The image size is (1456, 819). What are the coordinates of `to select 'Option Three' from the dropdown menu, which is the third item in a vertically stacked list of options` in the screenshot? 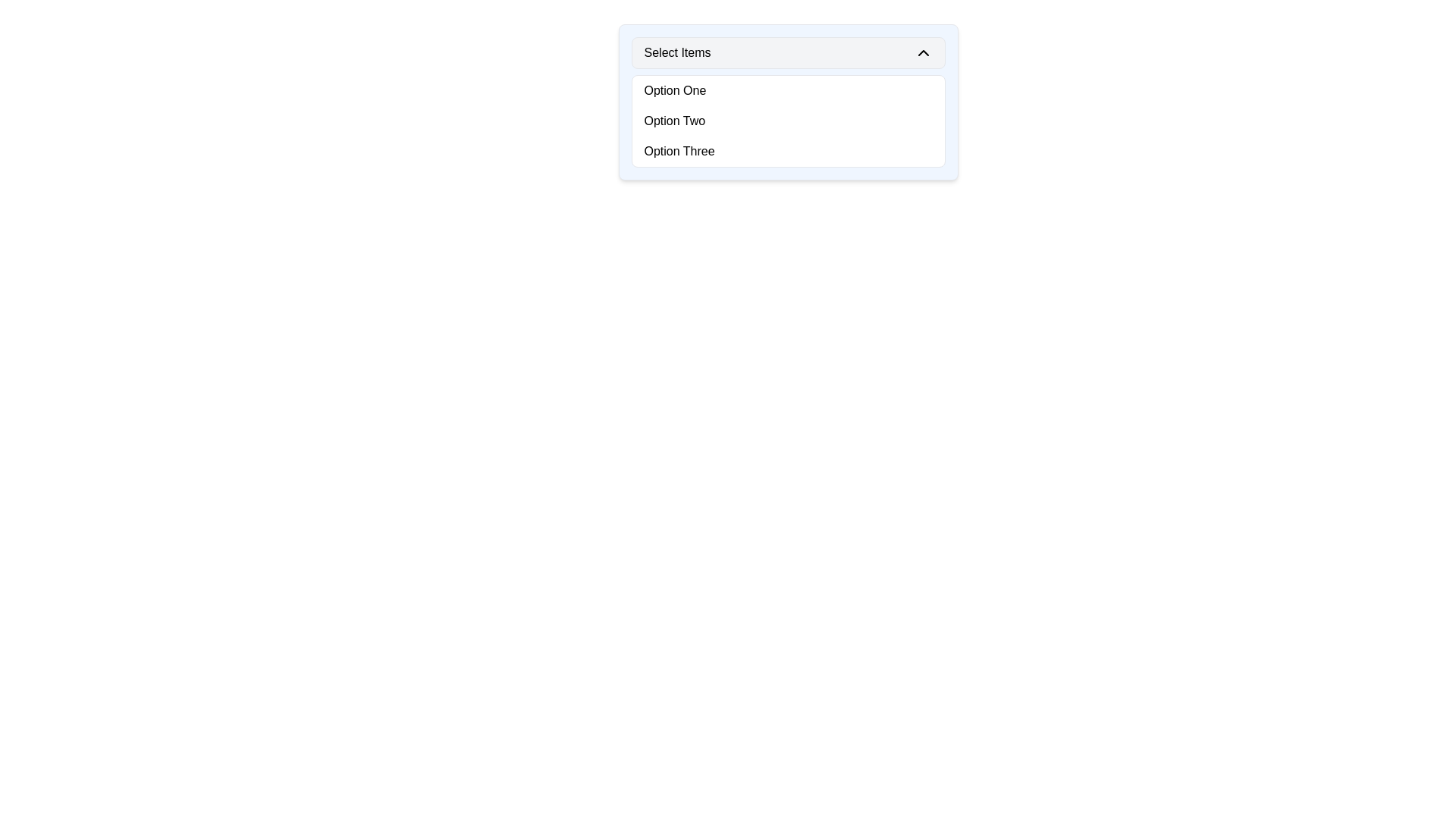 It's located at (788, 152).